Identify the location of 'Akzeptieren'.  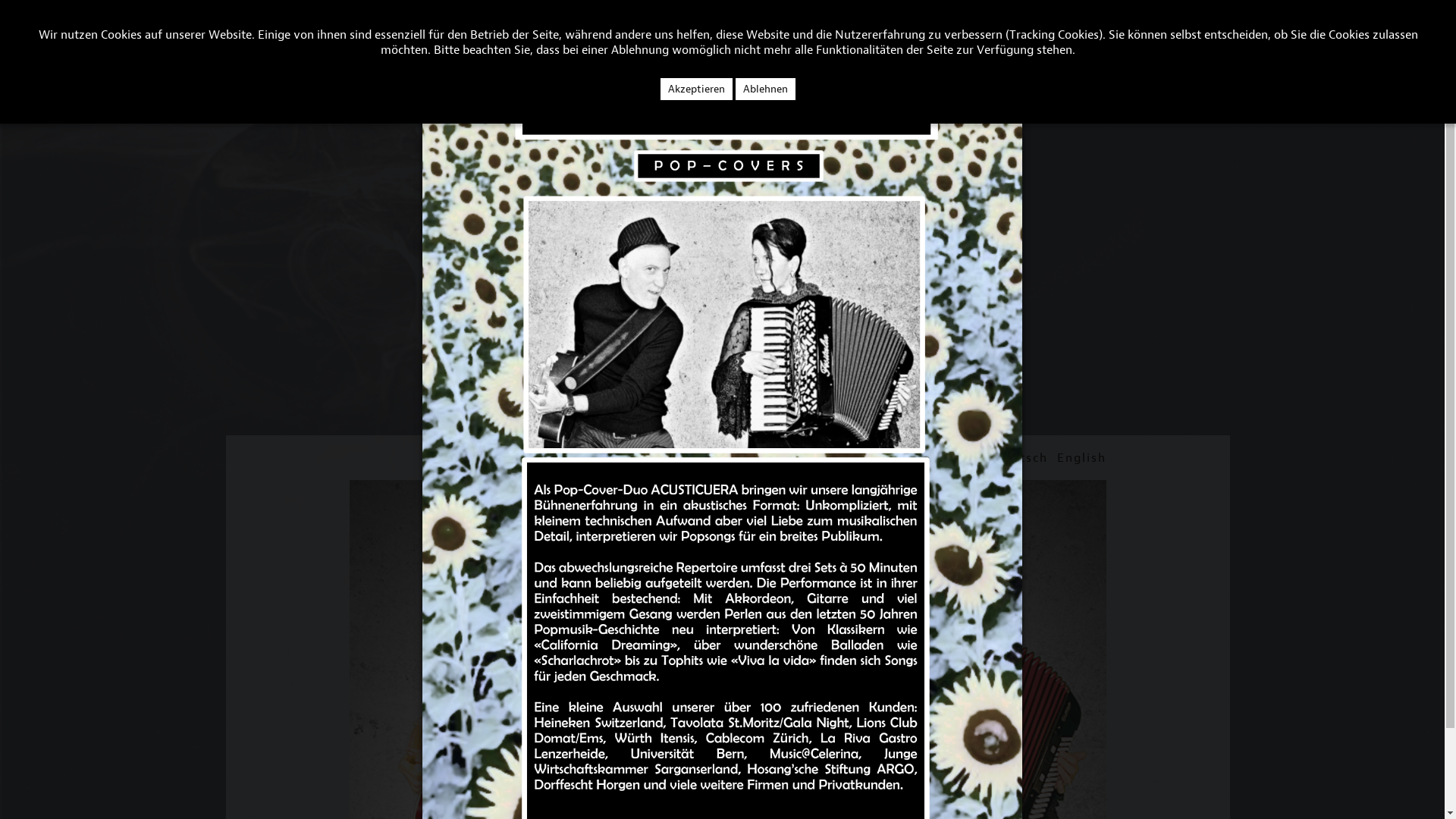
(695, 89).